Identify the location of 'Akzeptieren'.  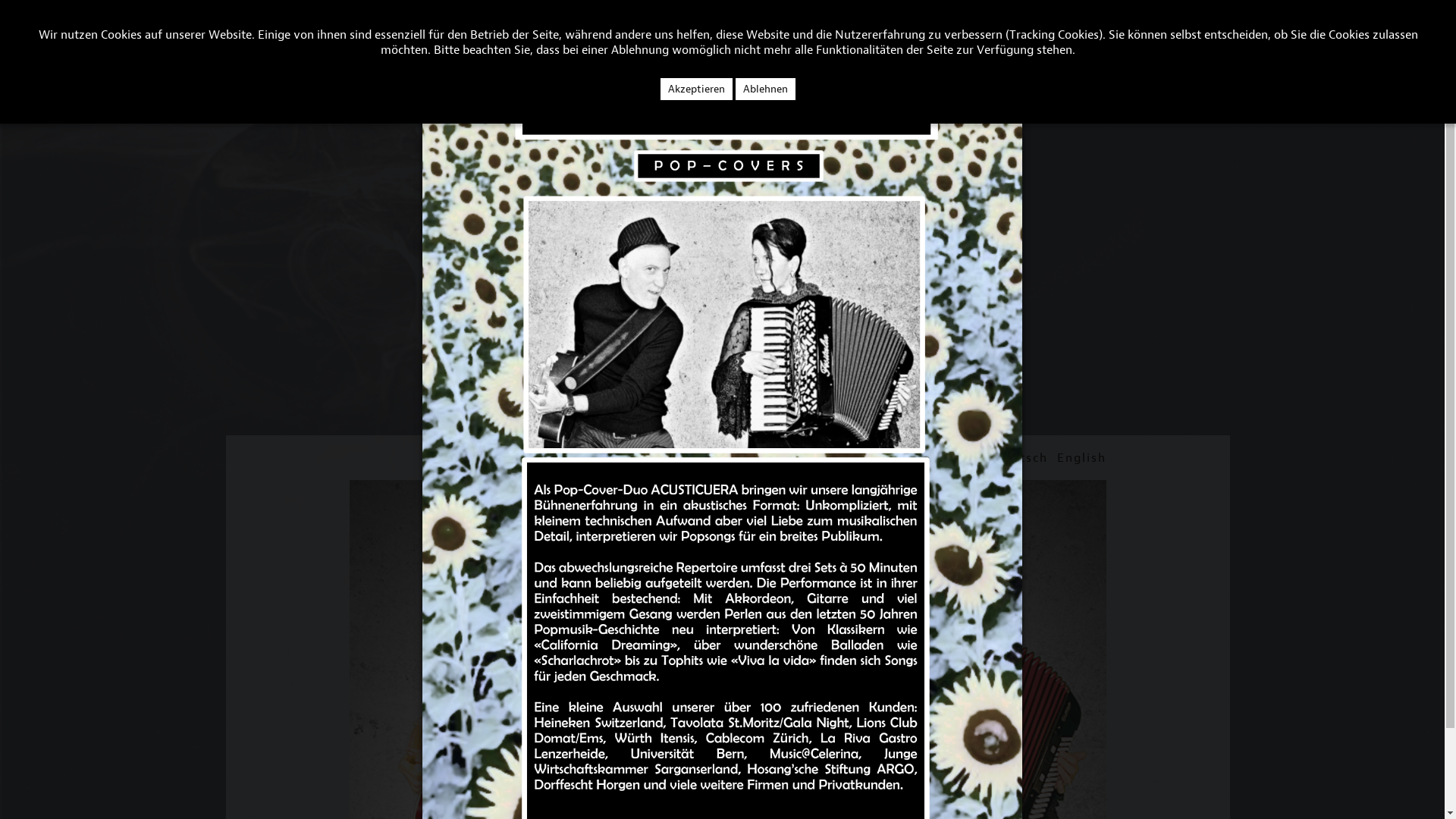
(695, 89).